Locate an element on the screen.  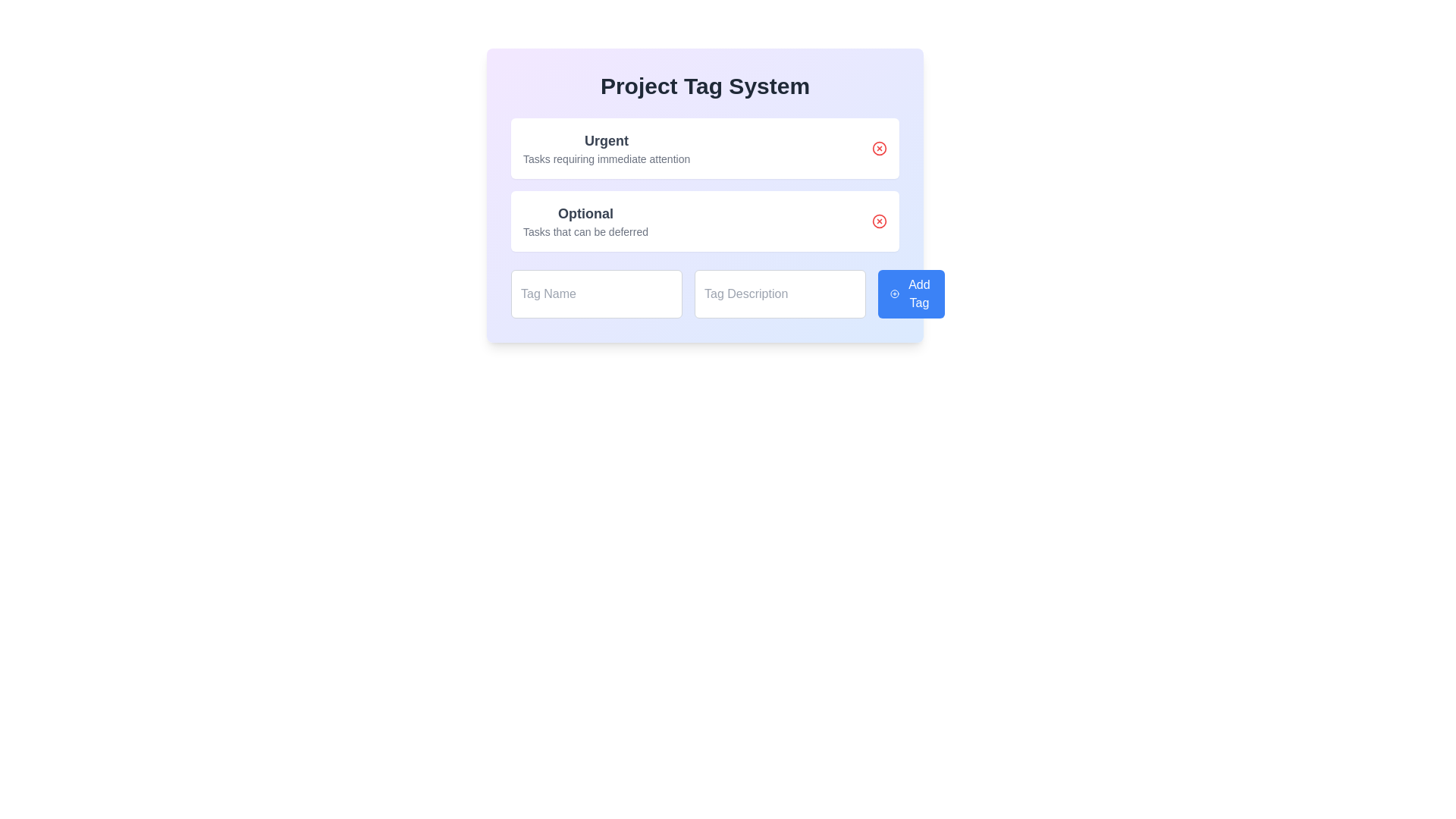
the icon that indicates an action to add a new tag, which is located to the left of the 'Add Tag' label within the blue button on the right of the input fields is located at coordinates (895, 294).